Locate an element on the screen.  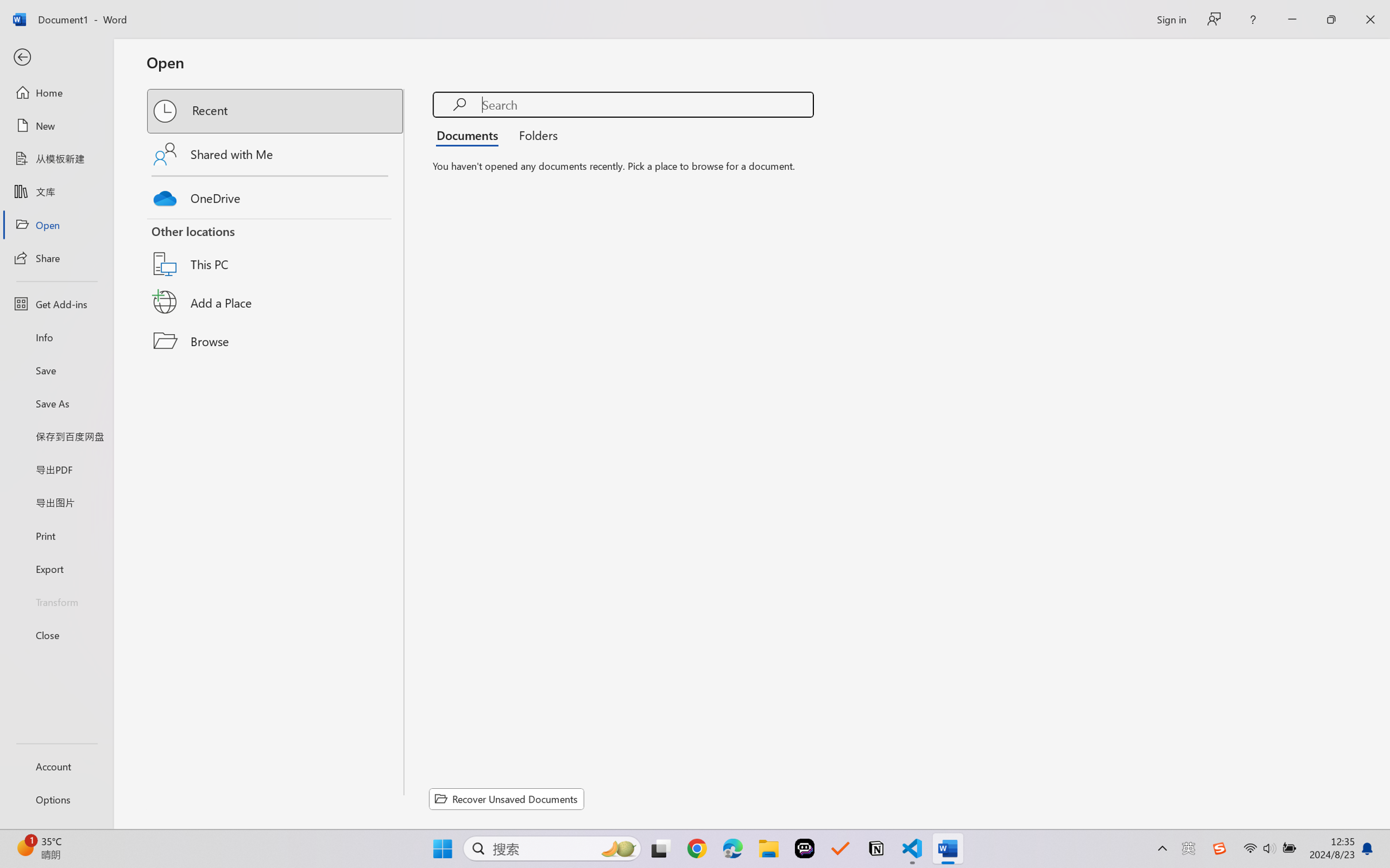
'Folders' is located at coordinates (535, 134).